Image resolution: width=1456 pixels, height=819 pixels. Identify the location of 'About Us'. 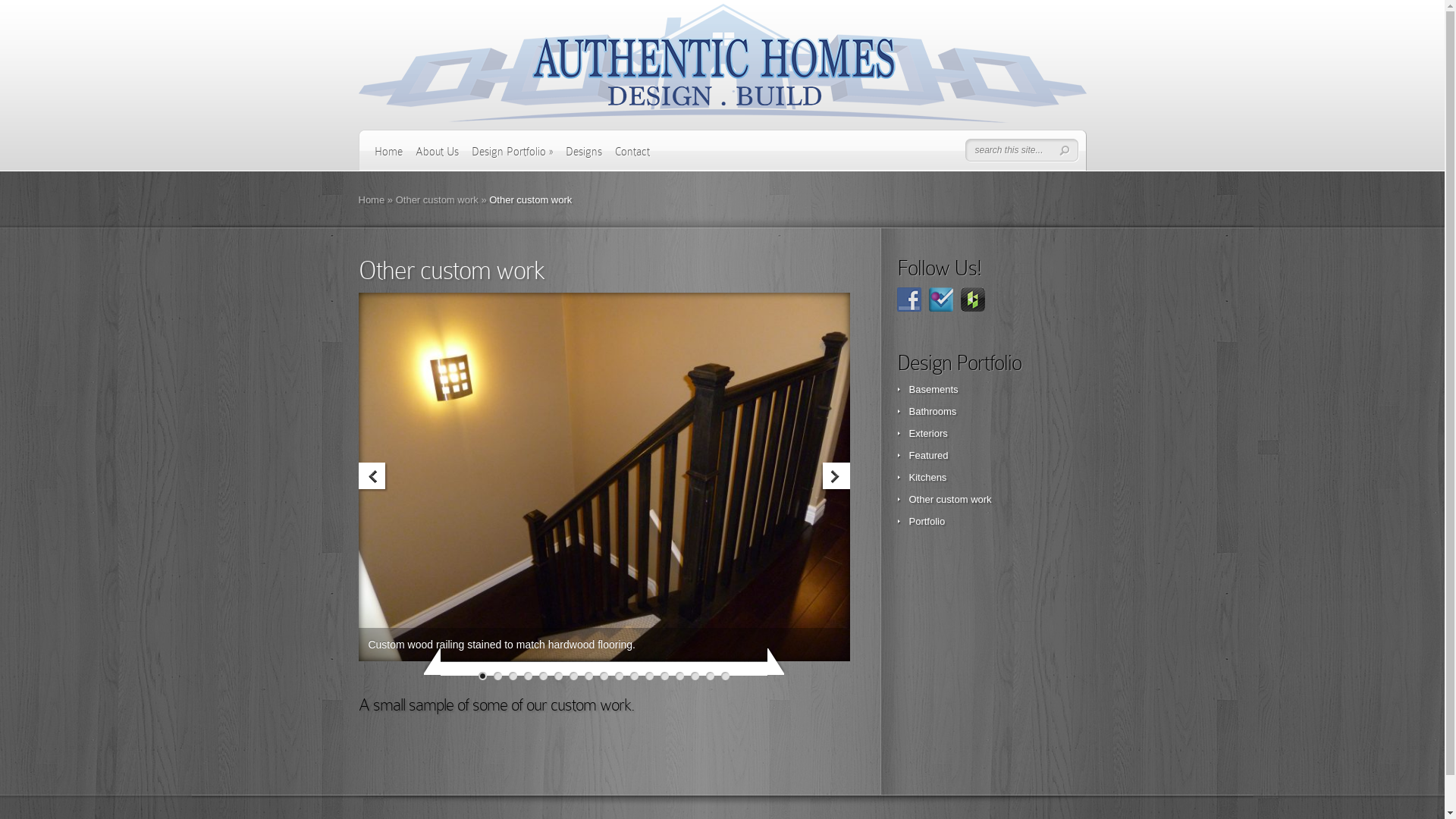
(436, 157).